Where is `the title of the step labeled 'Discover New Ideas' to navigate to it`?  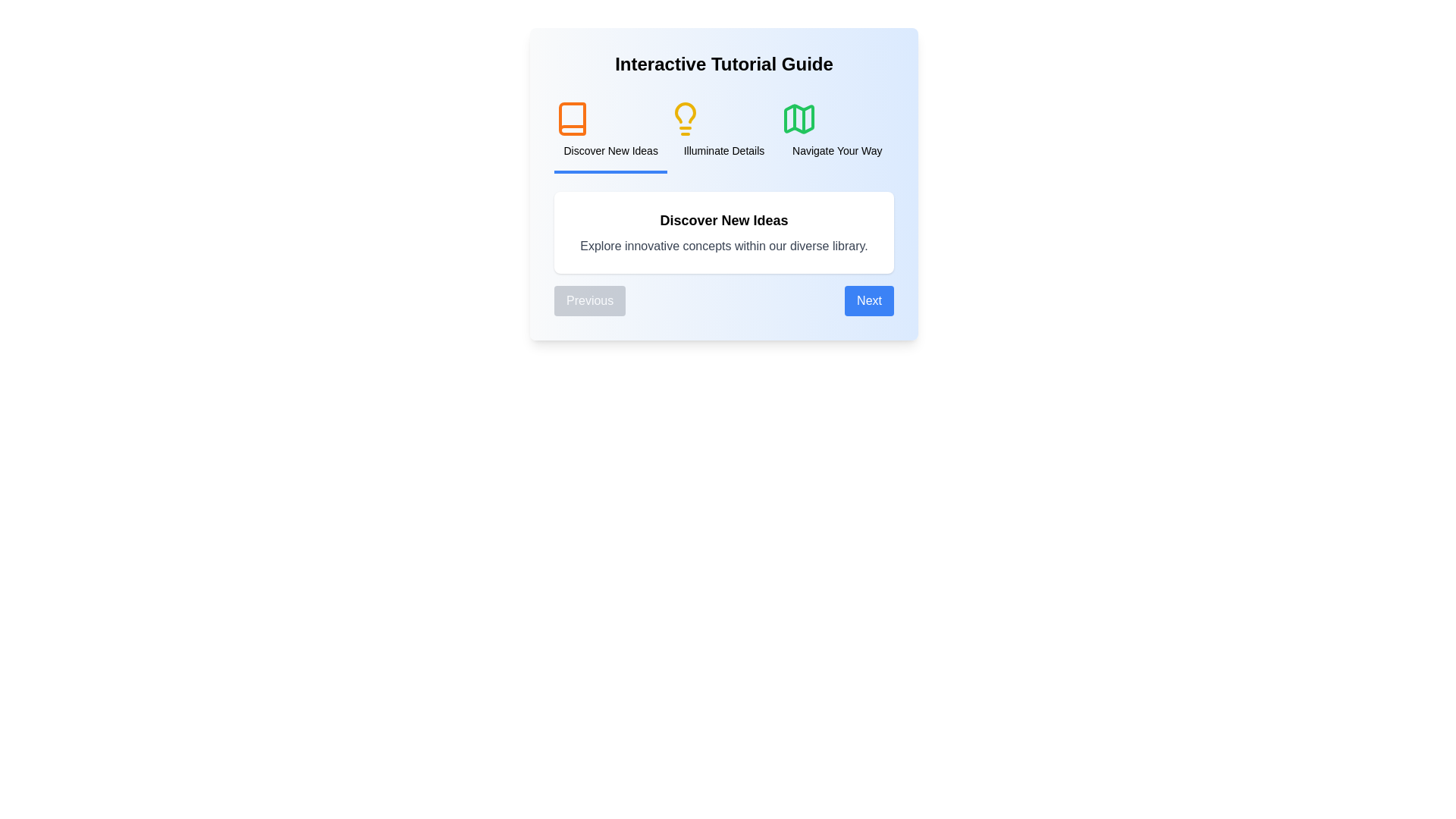
the title of the step labeled 'Discover New Ideas' to navigate to it is located at coordinates (610, 130).